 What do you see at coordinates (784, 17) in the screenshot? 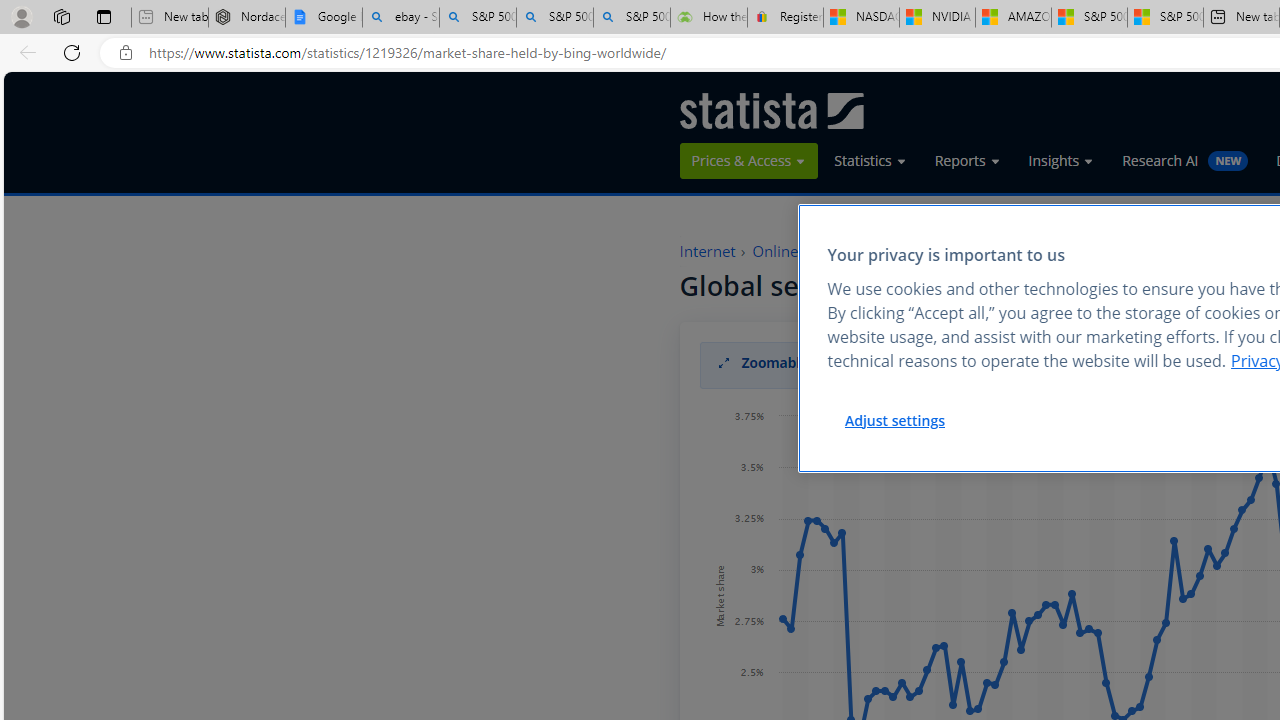
I see `'Register: Create a personal eBay account'` at bounding box center [784, 17].